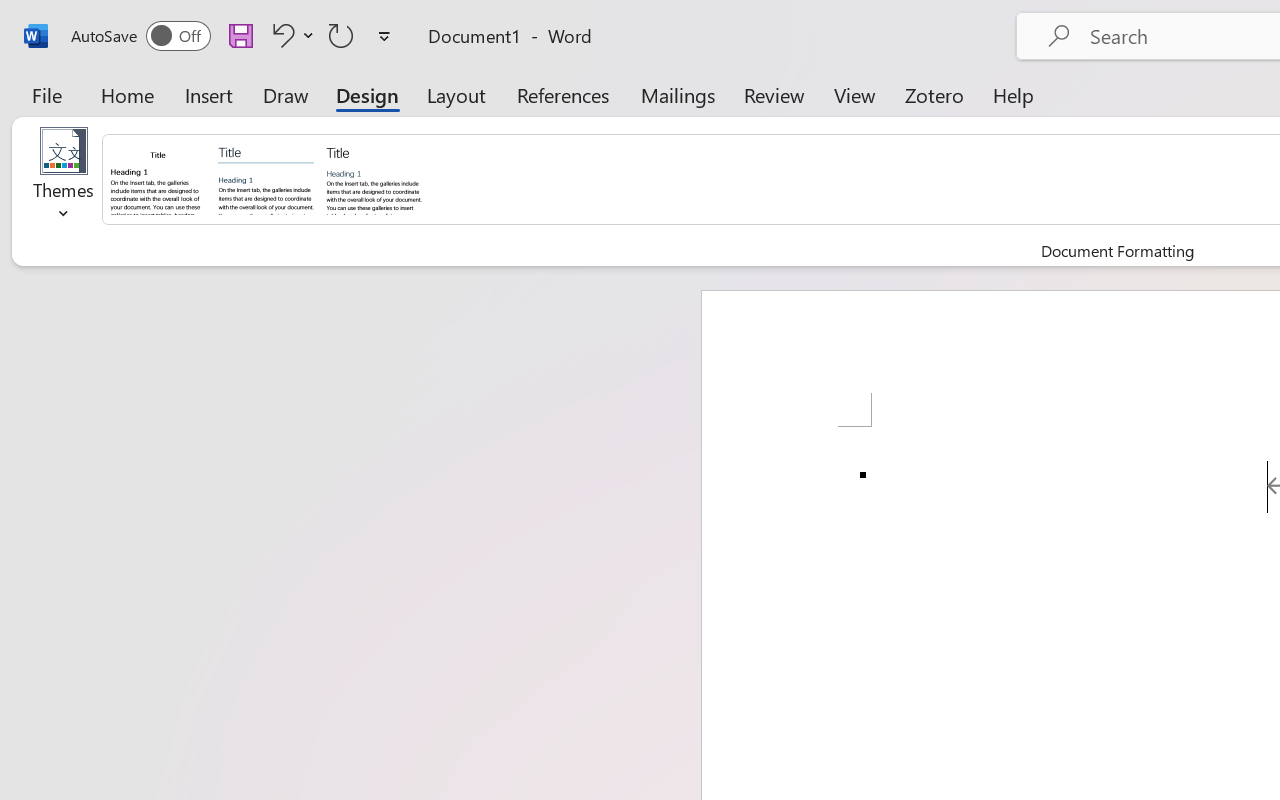 This screenshot has width=1280, height=800. I want to click on 'Themes', so click(64, 179).